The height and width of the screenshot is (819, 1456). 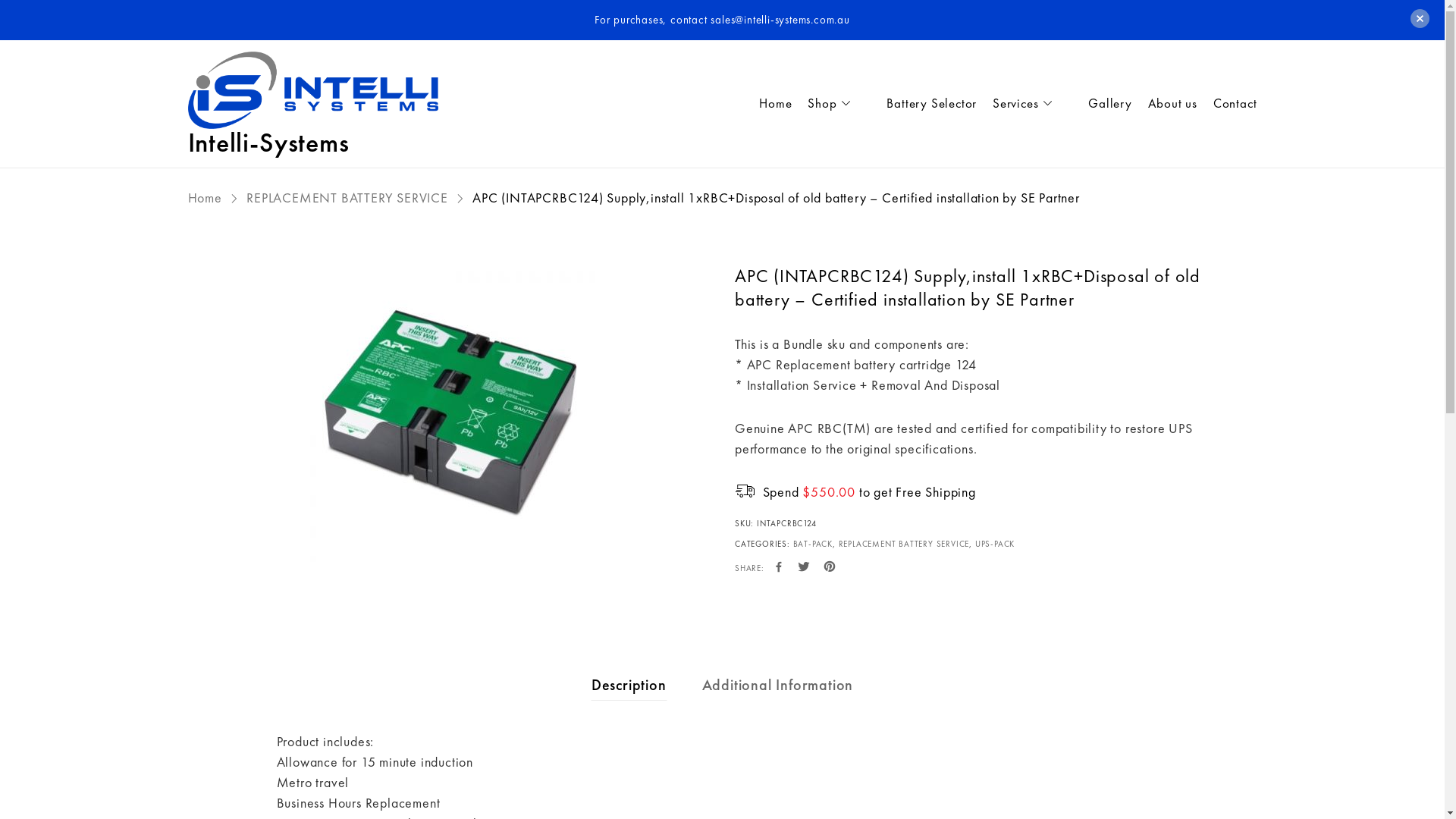 What do you see at coordinates (629, 684) in the screenshot?
I see `'Description'` at bounding box center [629, 684].